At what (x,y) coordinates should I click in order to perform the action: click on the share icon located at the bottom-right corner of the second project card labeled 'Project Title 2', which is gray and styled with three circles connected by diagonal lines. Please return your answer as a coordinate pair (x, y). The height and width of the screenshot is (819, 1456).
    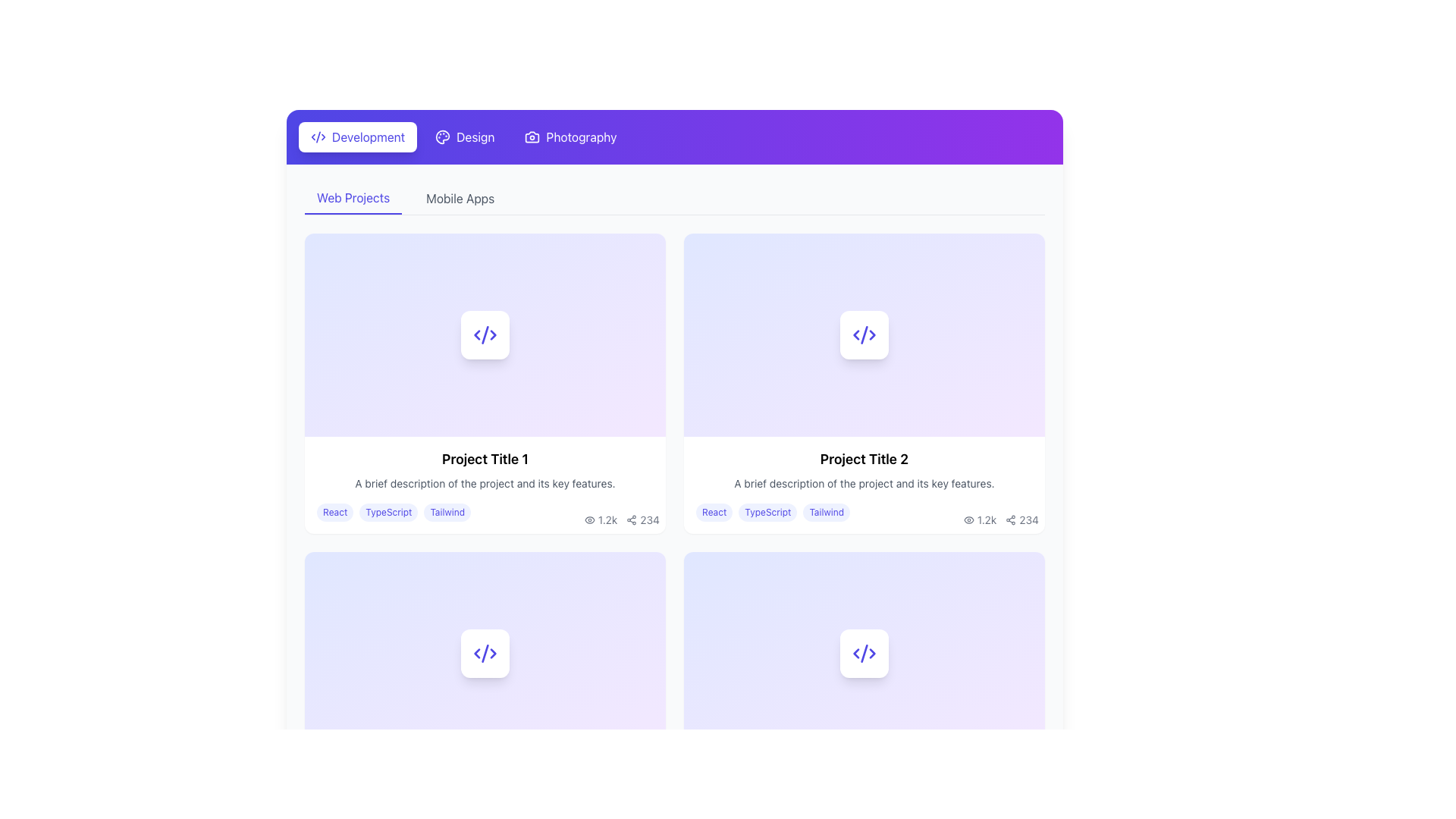
    Looking at the image, I should click on (1011, 519).